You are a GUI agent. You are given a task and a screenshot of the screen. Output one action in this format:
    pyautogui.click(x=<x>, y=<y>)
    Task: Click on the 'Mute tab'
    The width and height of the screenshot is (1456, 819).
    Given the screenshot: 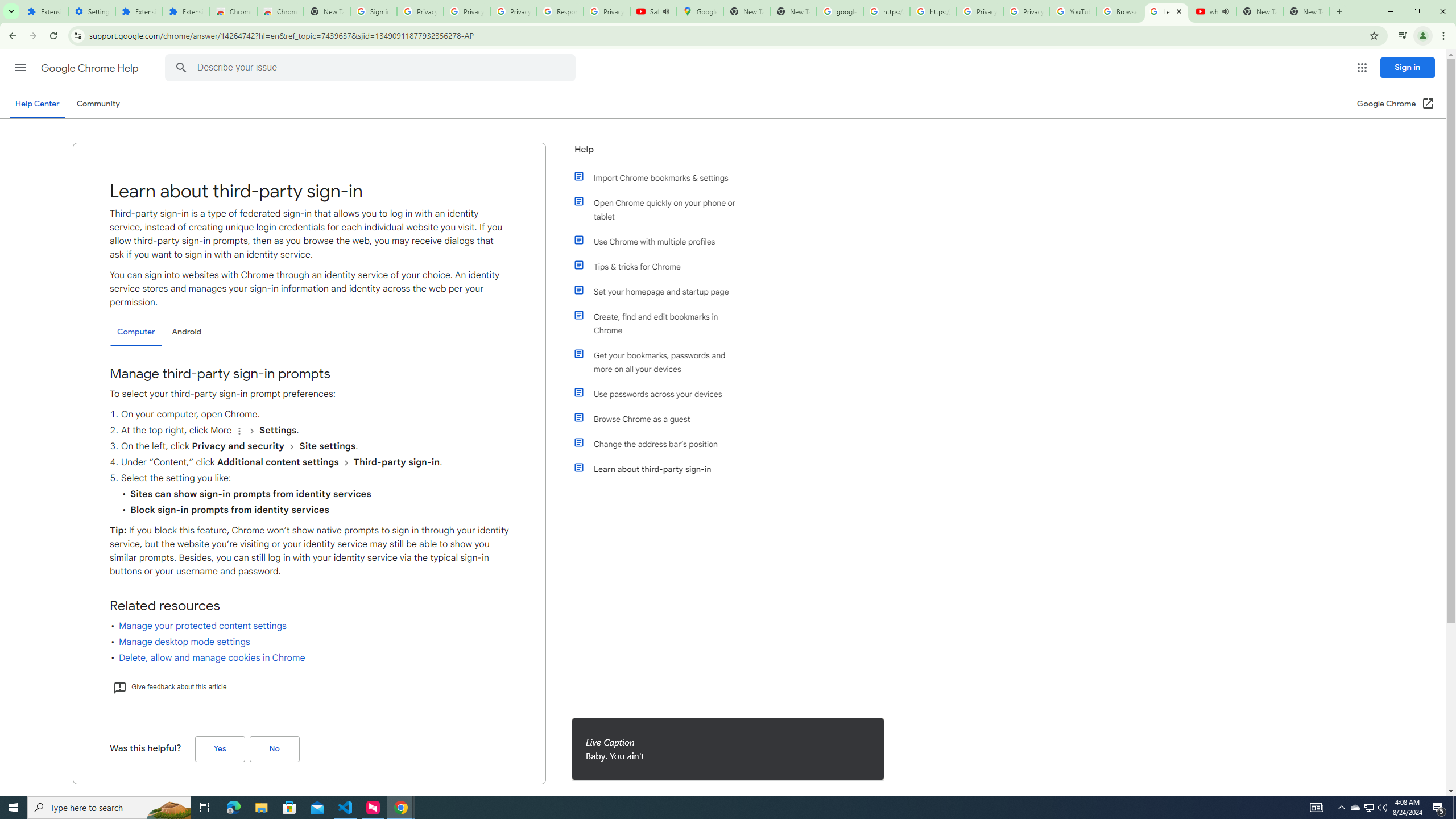 What is the action you would take?
    pyautogui.click(x=1226, y=11)
    